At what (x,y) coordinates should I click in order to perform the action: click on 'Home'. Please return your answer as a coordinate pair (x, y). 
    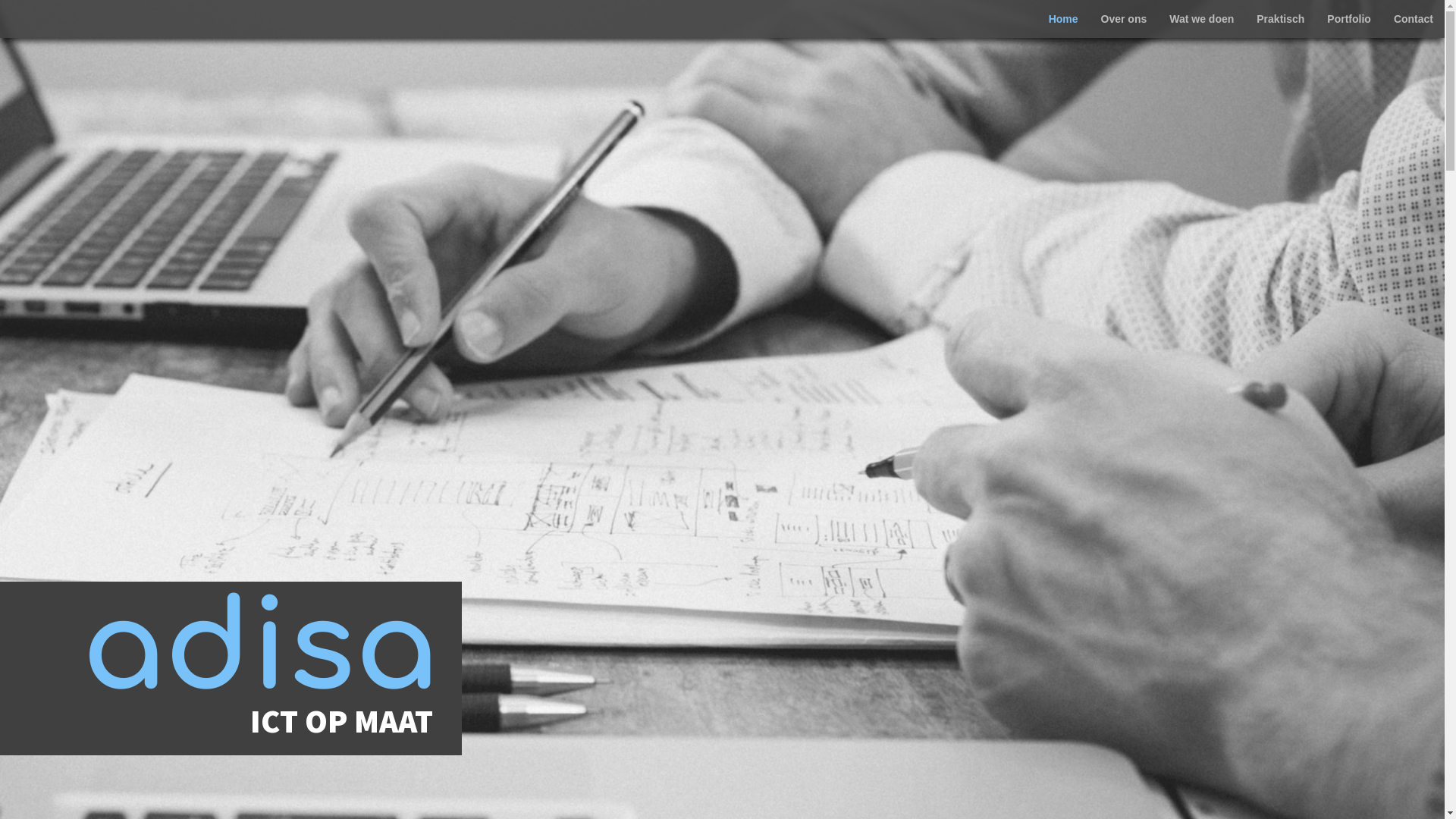
    Looking at the image, I should click on (1062, 18).